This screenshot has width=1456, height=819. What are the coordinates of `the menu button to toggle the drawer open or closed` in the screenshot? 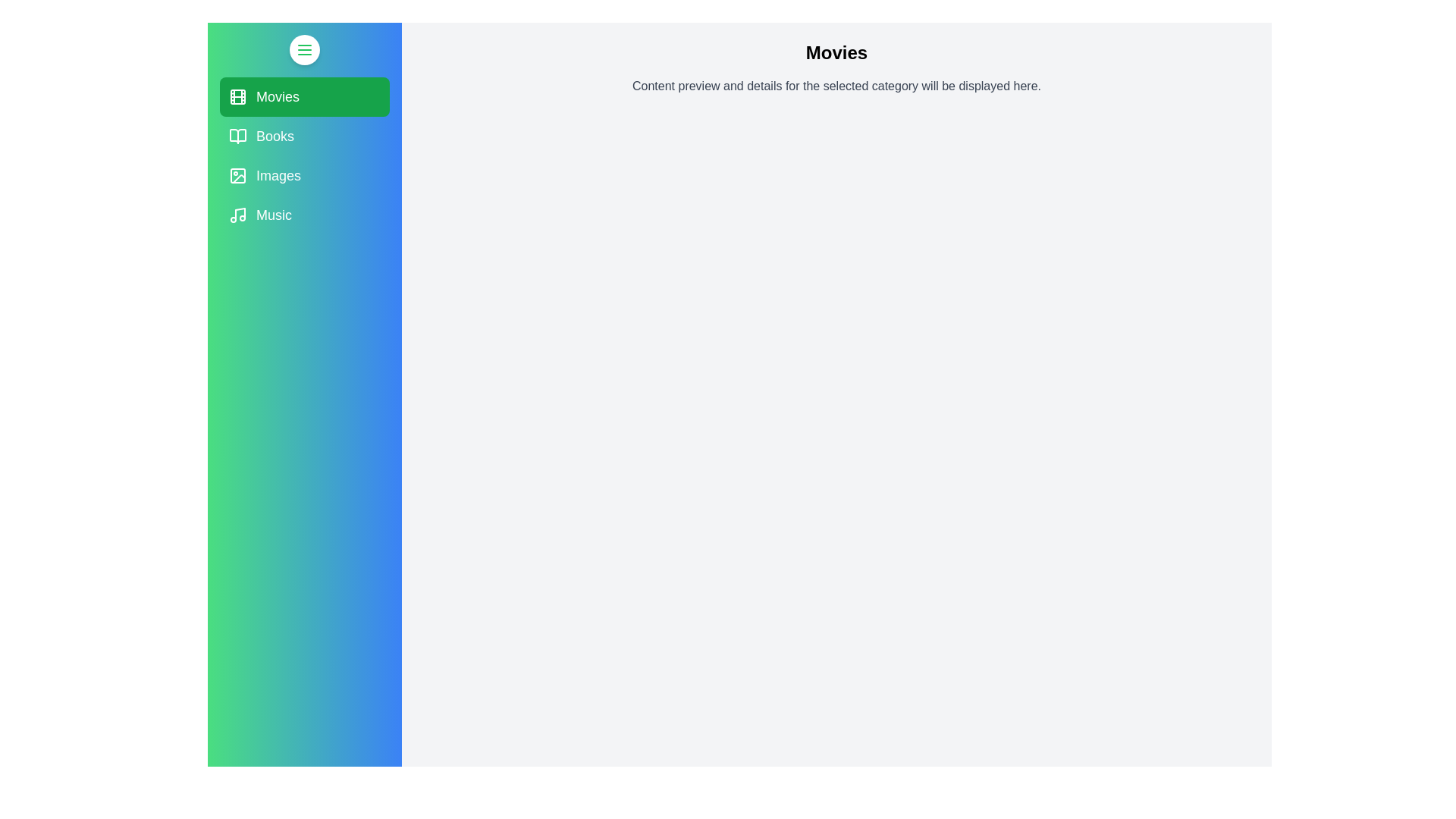 It's located at (304, 49).